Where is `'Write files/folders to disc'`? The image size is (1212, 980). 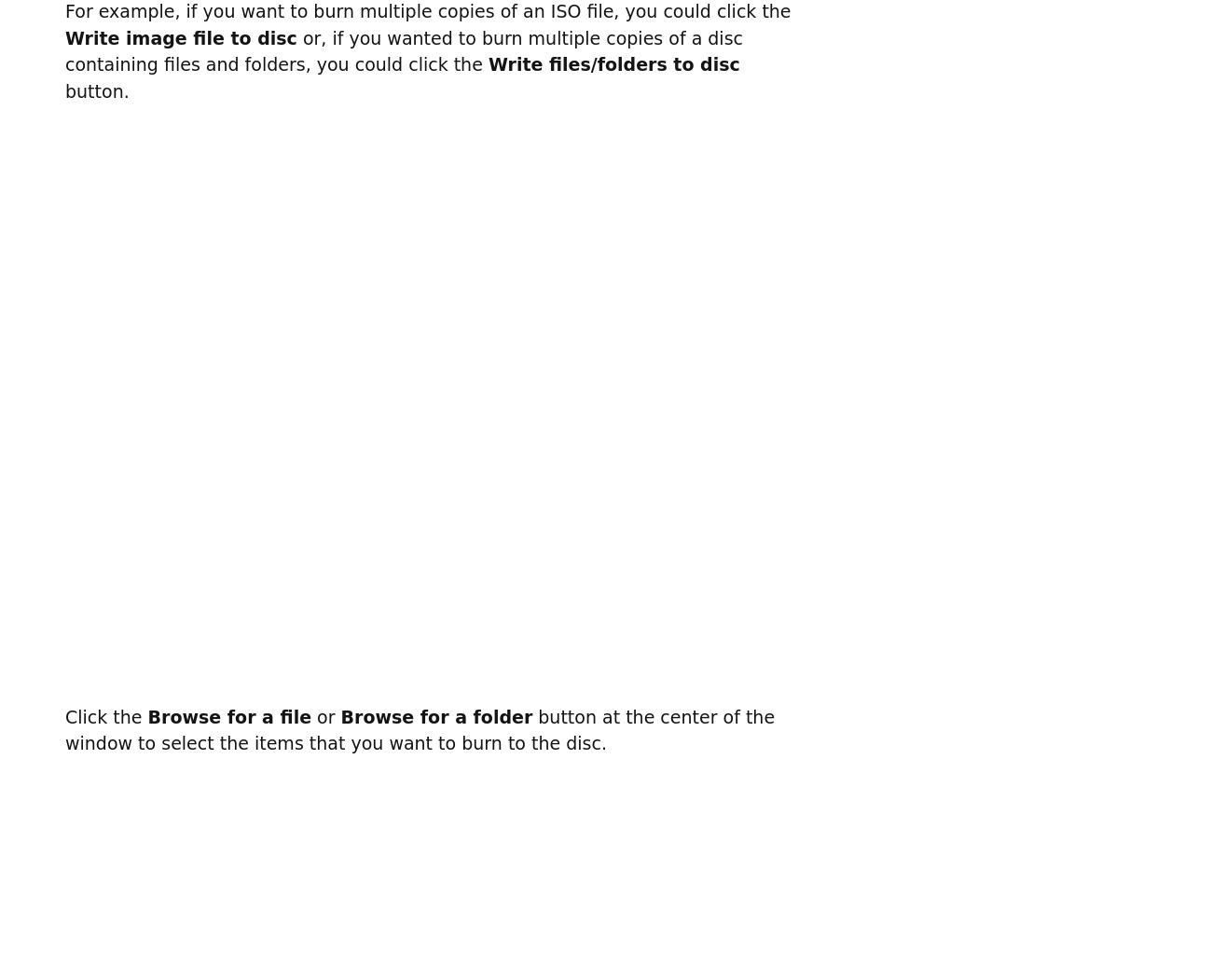
'Write files/folders to disc' is located at coordinates (613, 63).